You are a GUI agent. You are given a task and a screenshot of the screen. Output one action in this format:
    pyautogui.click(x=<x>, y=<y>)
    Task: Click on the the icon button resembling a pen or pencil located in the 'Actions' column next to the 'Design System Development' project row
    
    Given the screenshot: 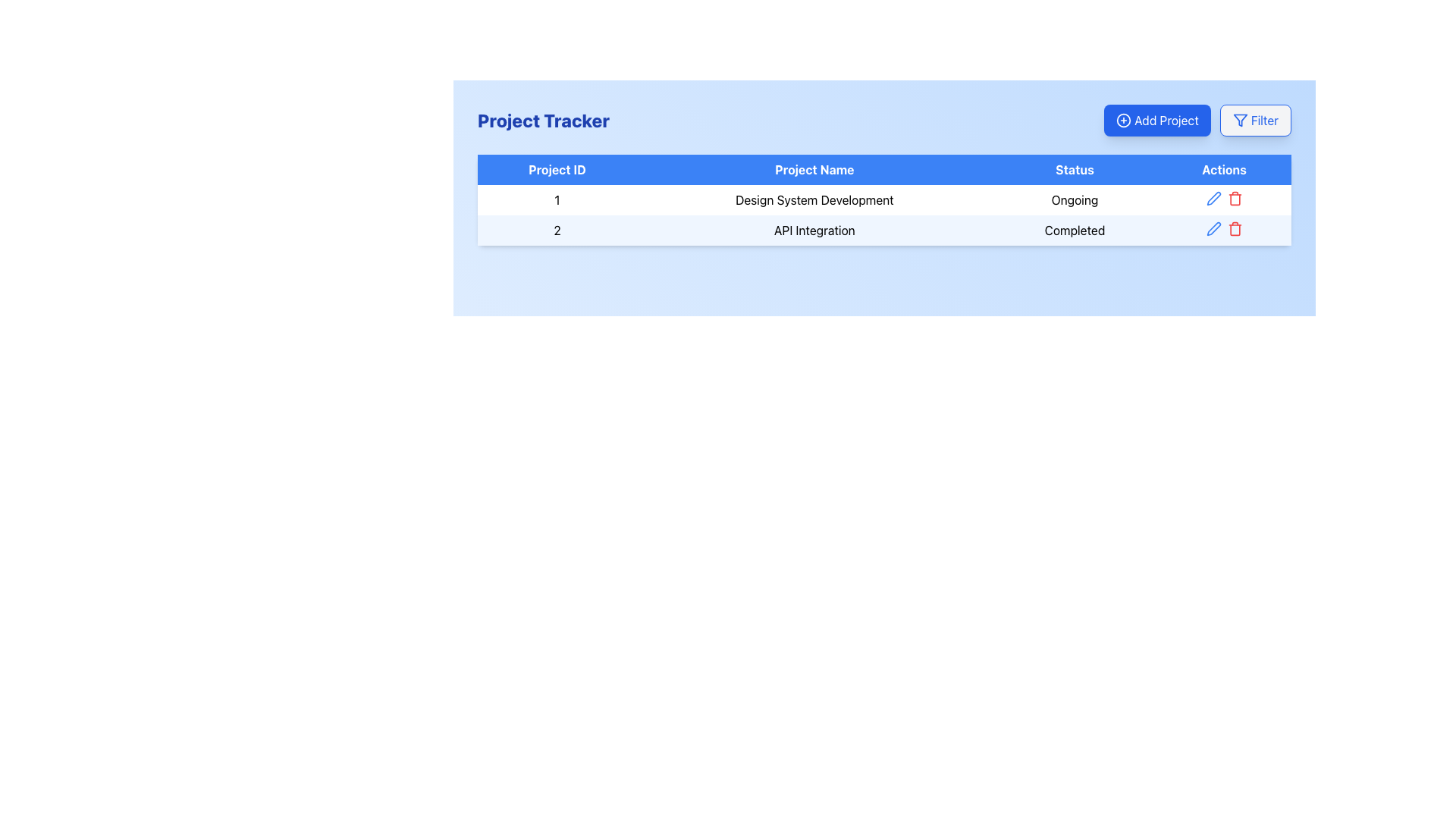 What is the action you would take?
    pyautogui.click(x=1213, y=228)
    